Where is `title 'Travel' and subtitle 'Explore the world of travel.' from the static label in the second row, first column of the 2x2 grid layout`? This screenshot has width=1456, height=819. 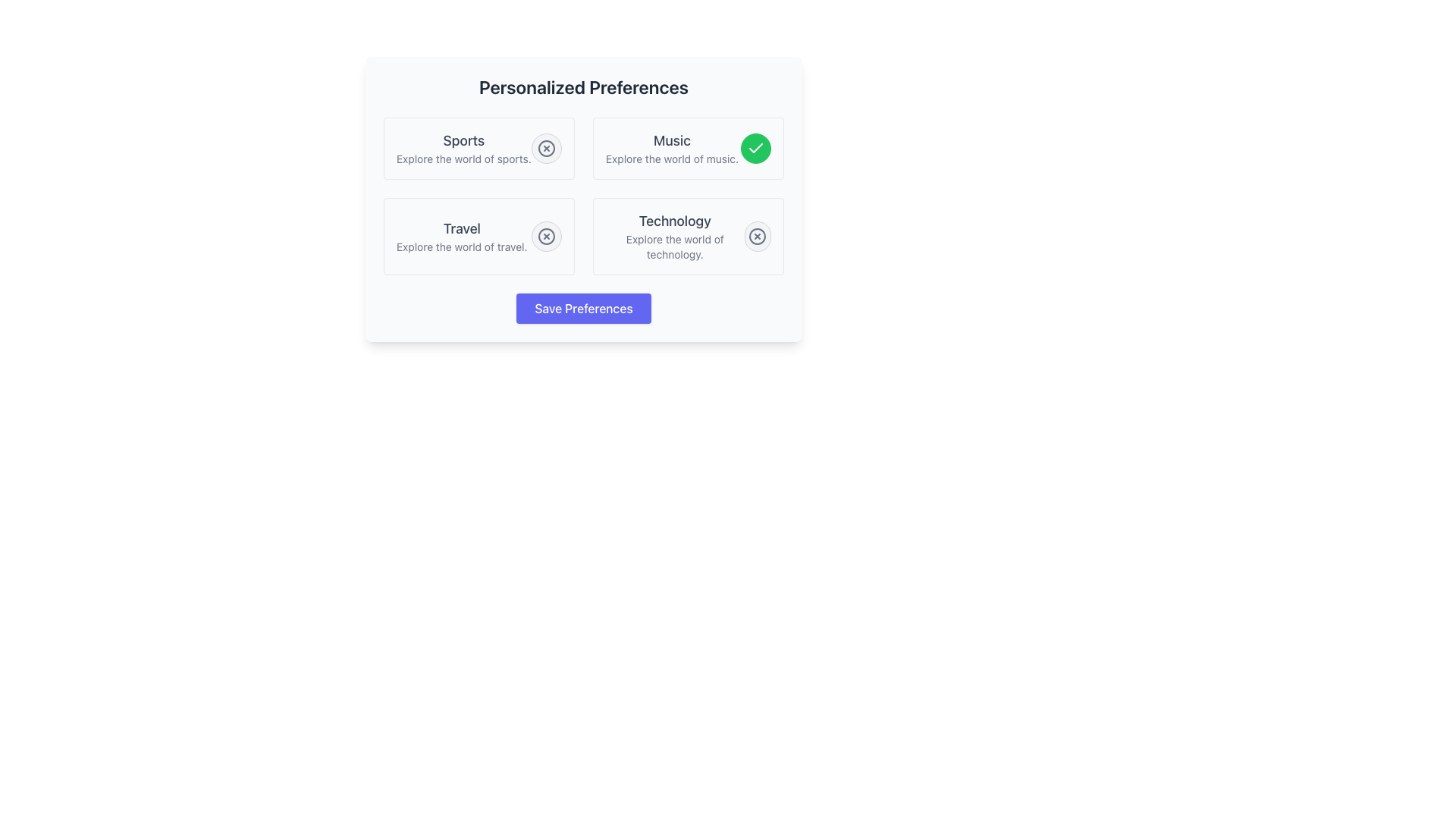 title 'Travel' and subtitle 'Explore the world of travel.' from the static label in the second row, first column of the 2x2 grid layout is located at coordinates (461, 237).